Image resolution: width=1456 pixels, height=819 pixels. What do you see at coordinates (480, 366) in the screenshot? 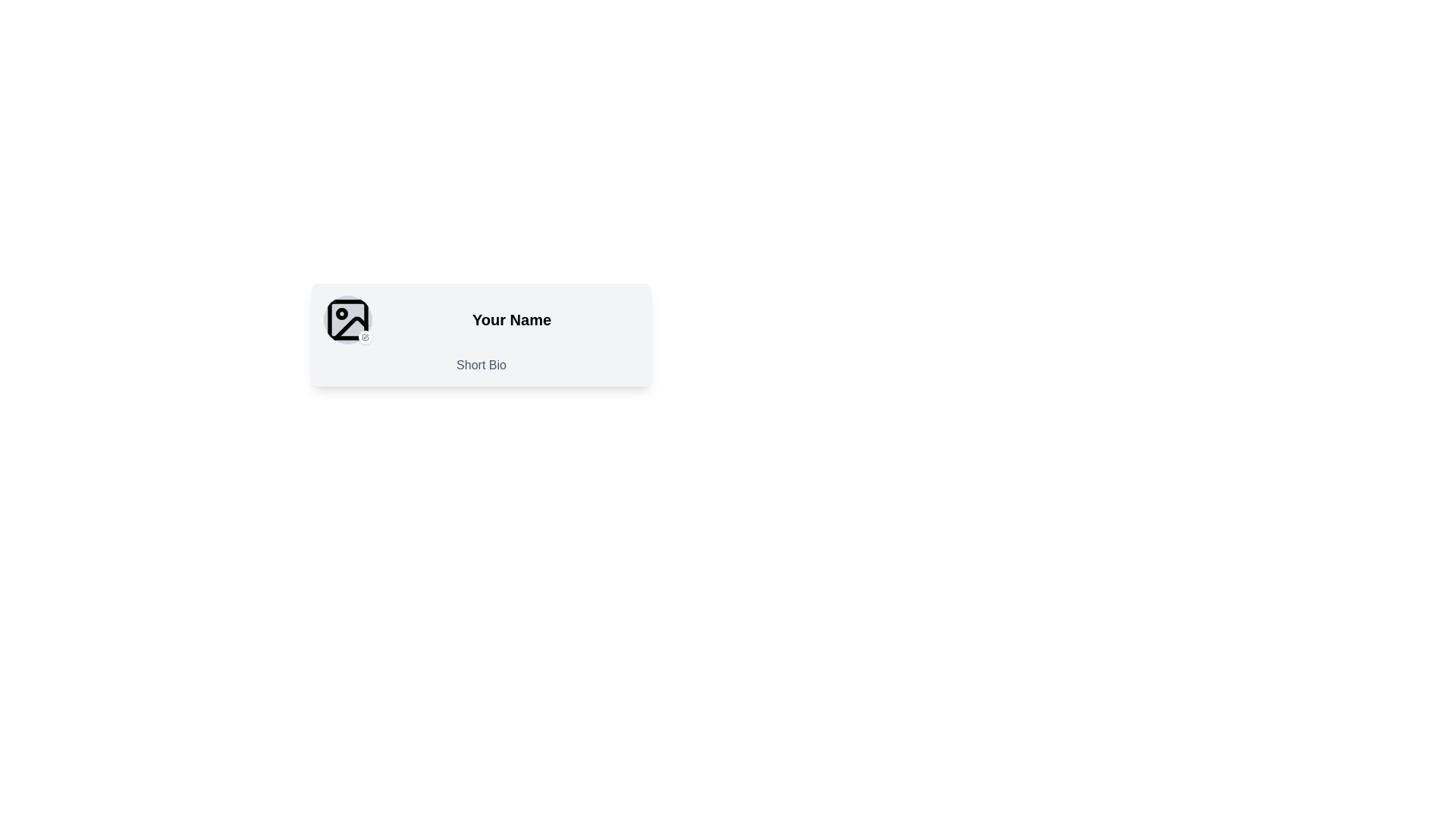
I see `the Text Label that serves as a title for the biography section, located below the 'Your Name' text` at bounding box center [480, 366].